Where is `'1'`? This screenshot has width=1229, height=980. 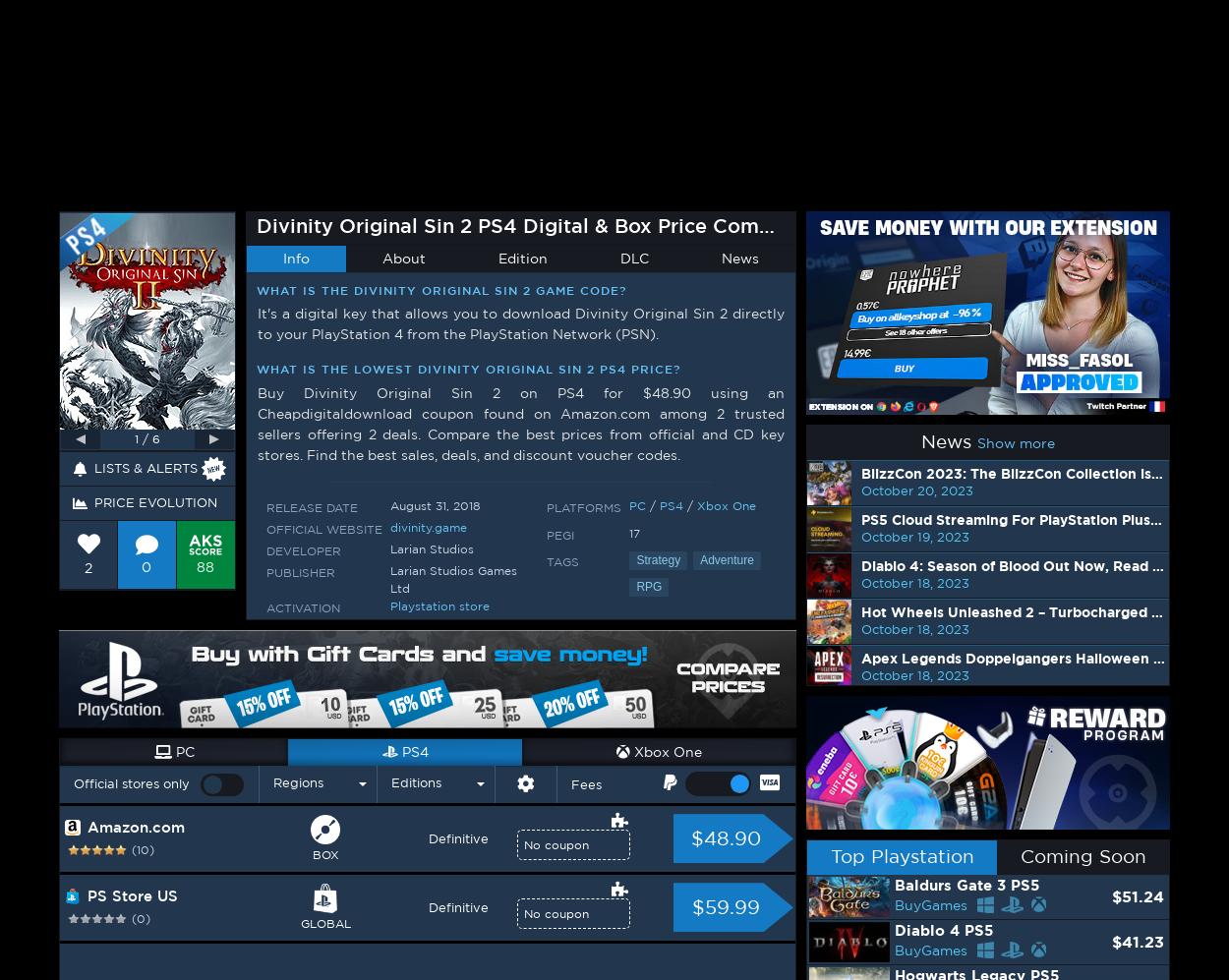
'1' is located at coordinates (618, 213).